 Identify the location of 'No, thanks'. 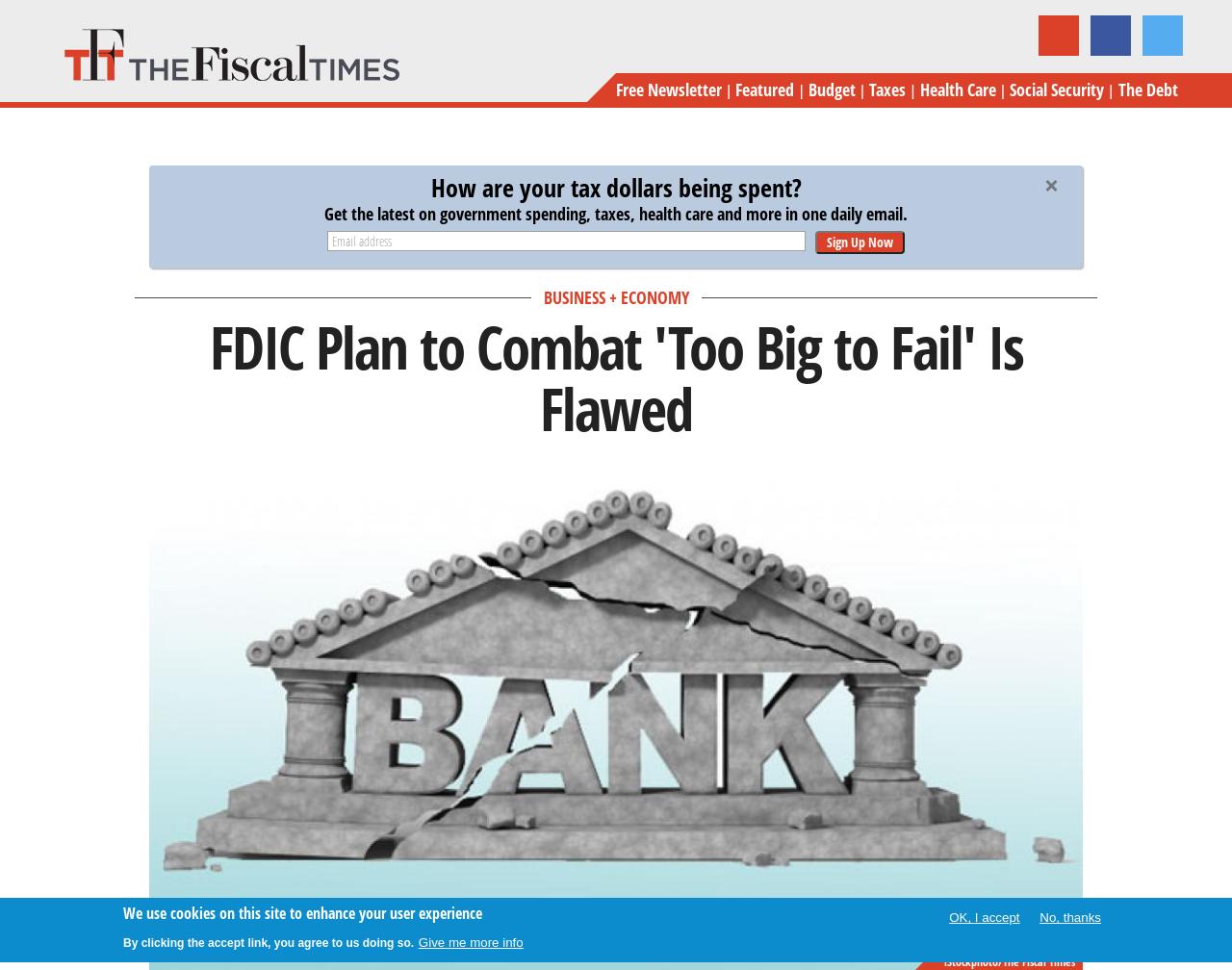
(1069, 917).